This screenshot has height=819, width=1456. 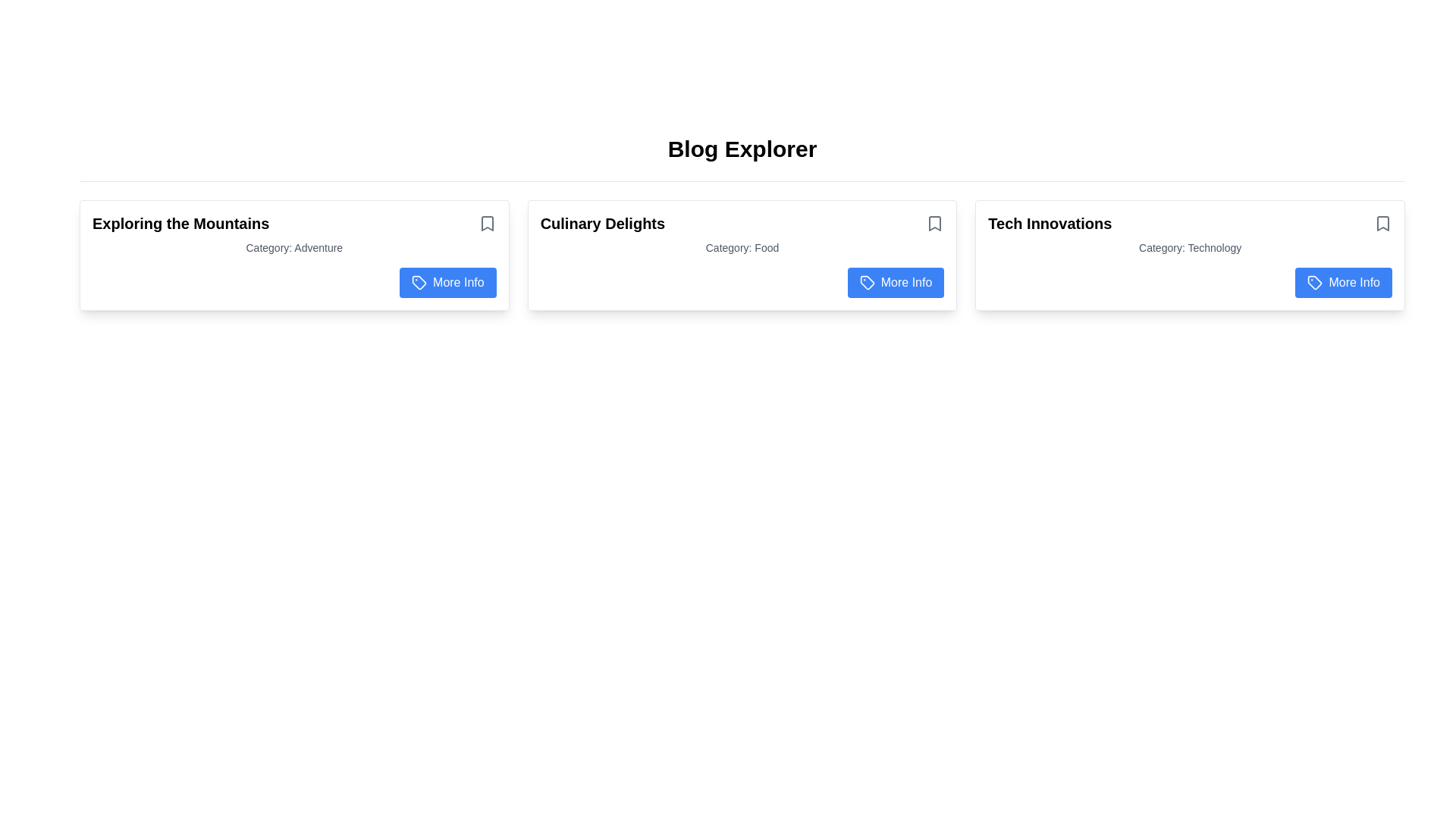 What do you see at coordinates (487, 223) in the screenshot?
I see `the bookmark icon located in the 'Exploring the Mountains' card` at bounding box center [487, 223].